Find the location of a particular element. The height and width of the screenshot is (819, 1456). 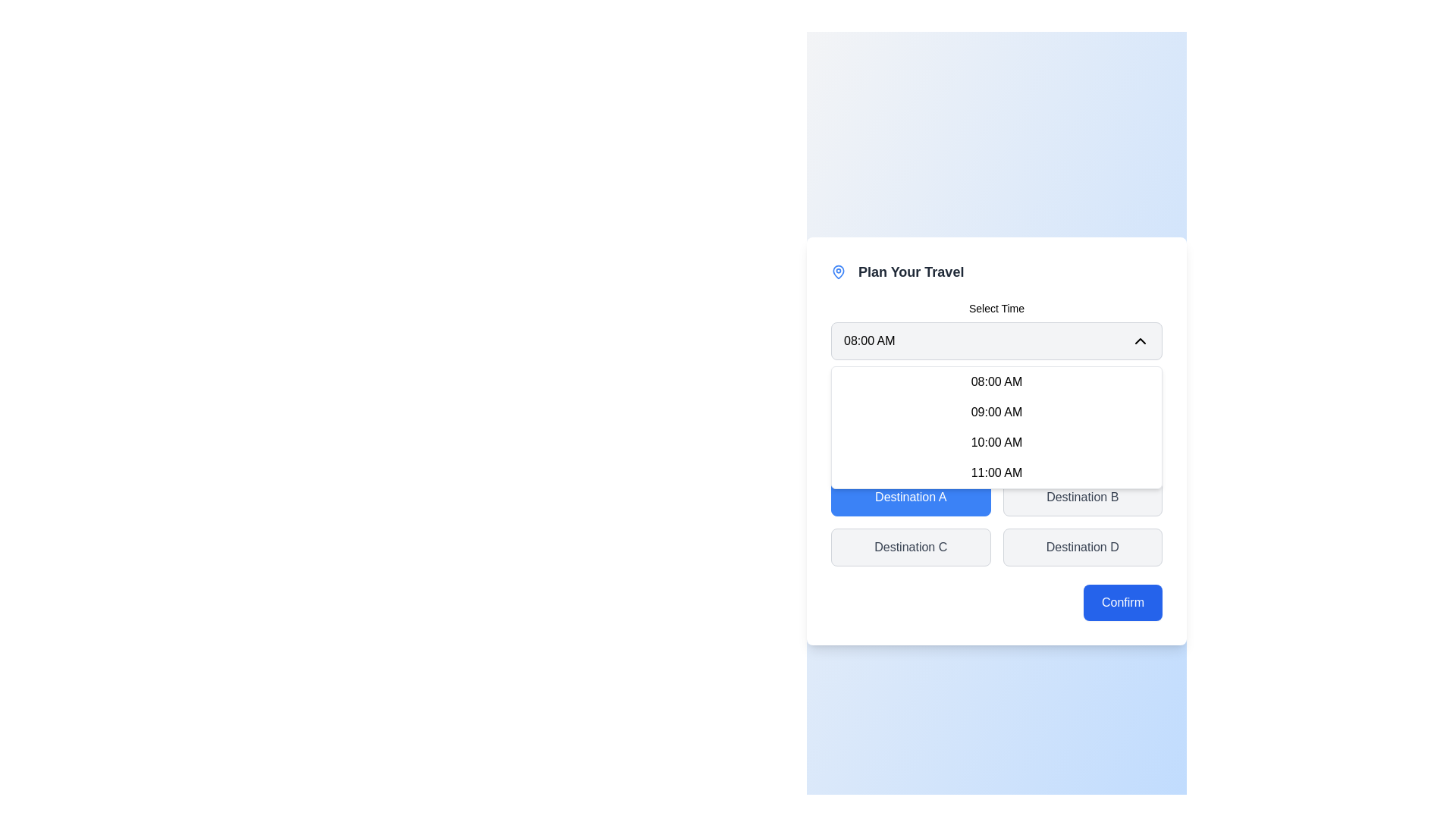

the 'Destination D' button located at the bottom right of the 2x2 grid of buttons, below the 'Select Time' dropdown is located at coordinates (1081, 547).